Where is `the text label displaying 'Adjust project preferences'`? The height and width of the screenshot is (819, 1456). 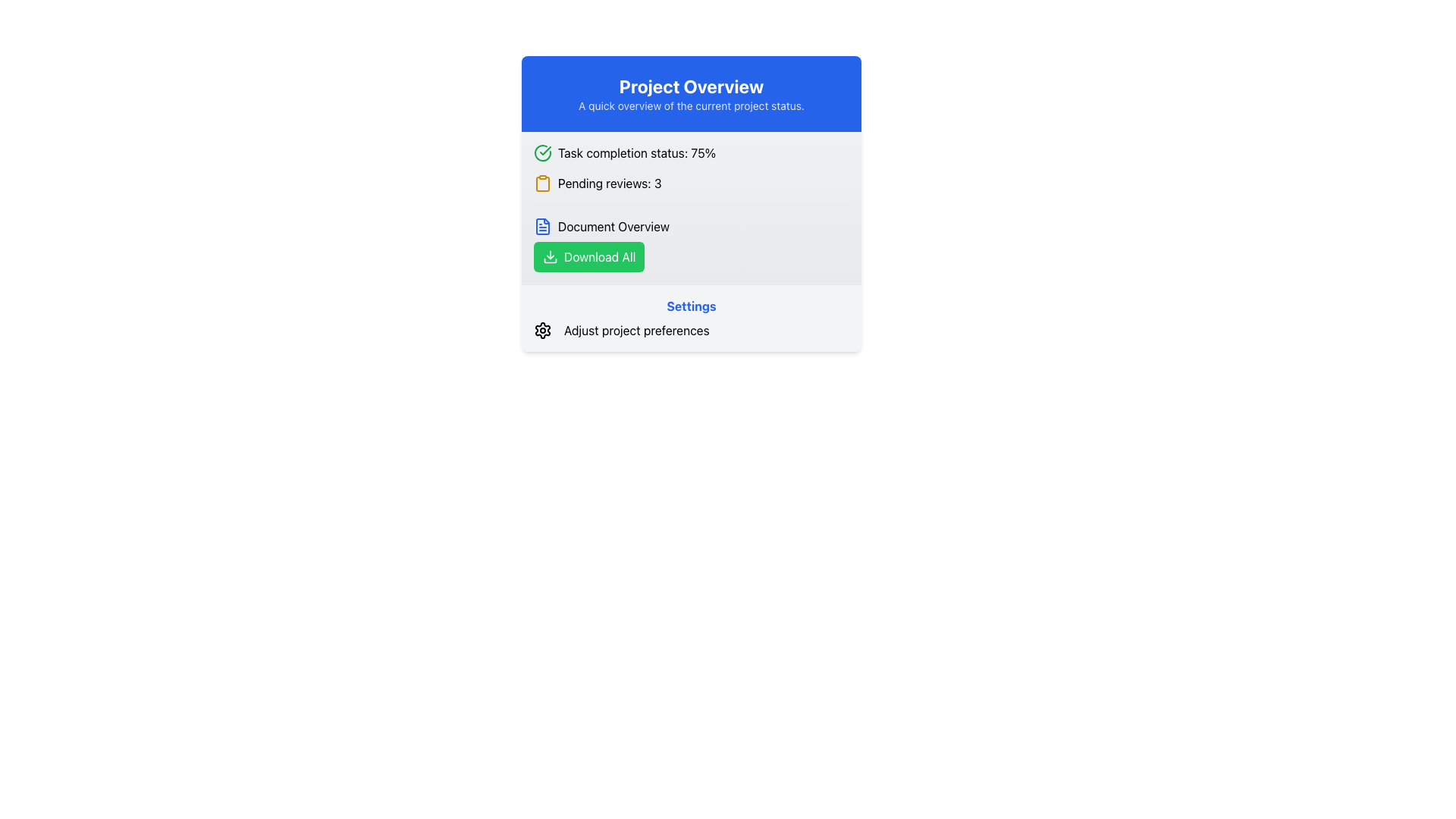
the text label displaying 'Adjust project preferences' is located at coordinates (636, 329).